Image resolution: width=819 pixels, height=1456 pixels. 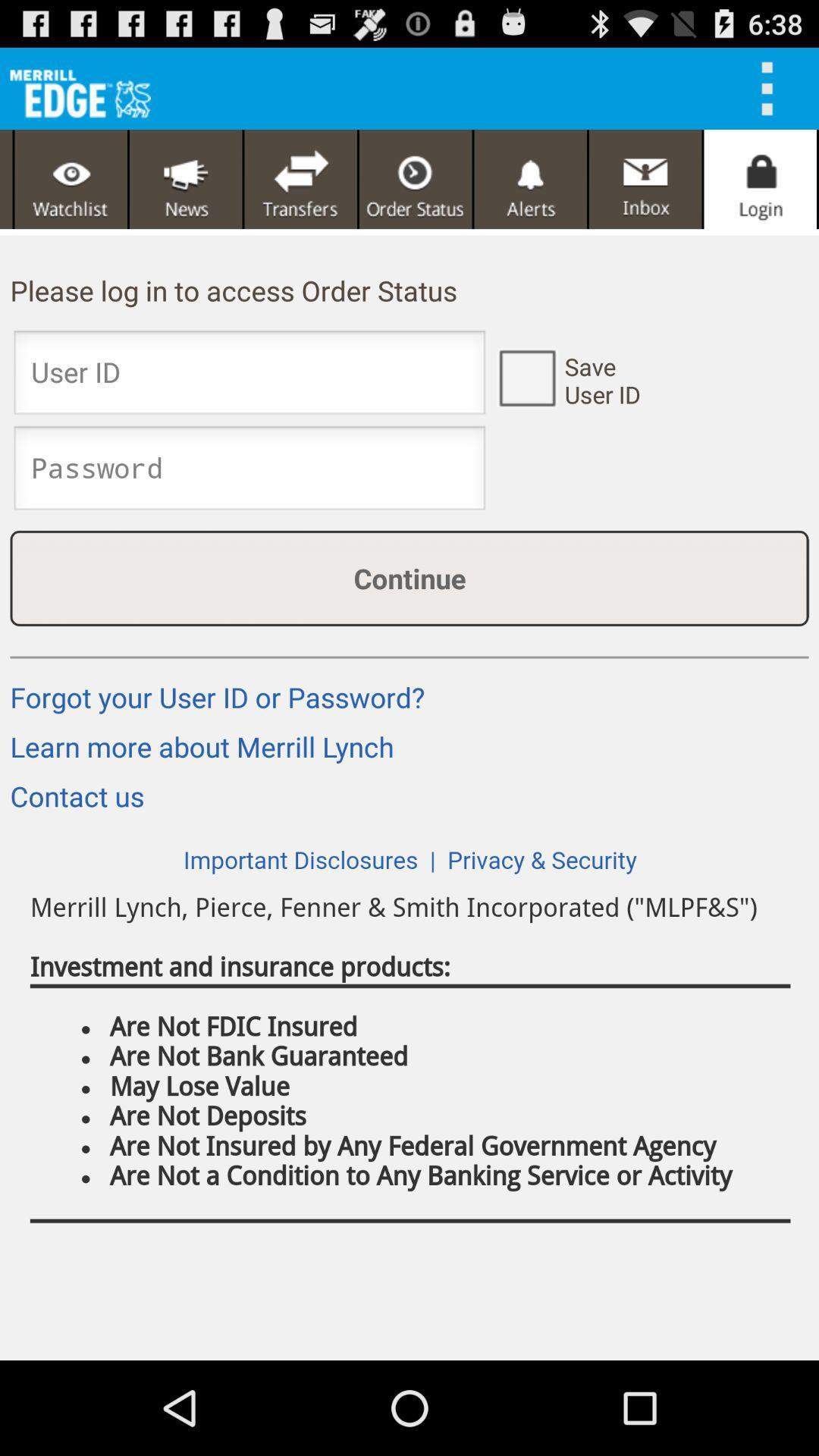 What do you see at coordinates (529, 191) in the screenshot?
I see `the notifications icon` at bounding box center [529, 191].